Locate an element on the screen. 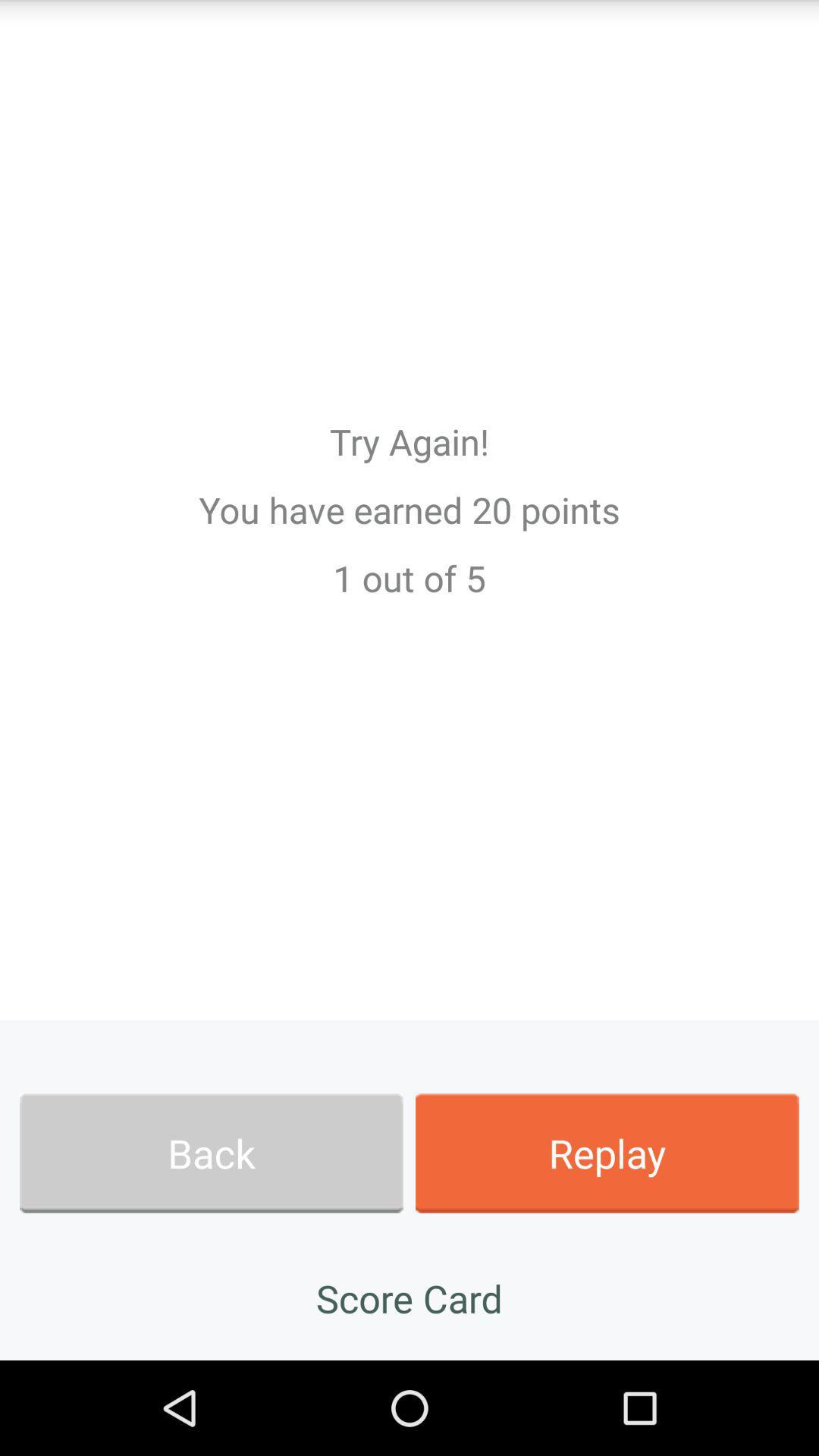 This screenshot has width=819, height=1456. the app above the score card item is located at coordinates (607, 1153).